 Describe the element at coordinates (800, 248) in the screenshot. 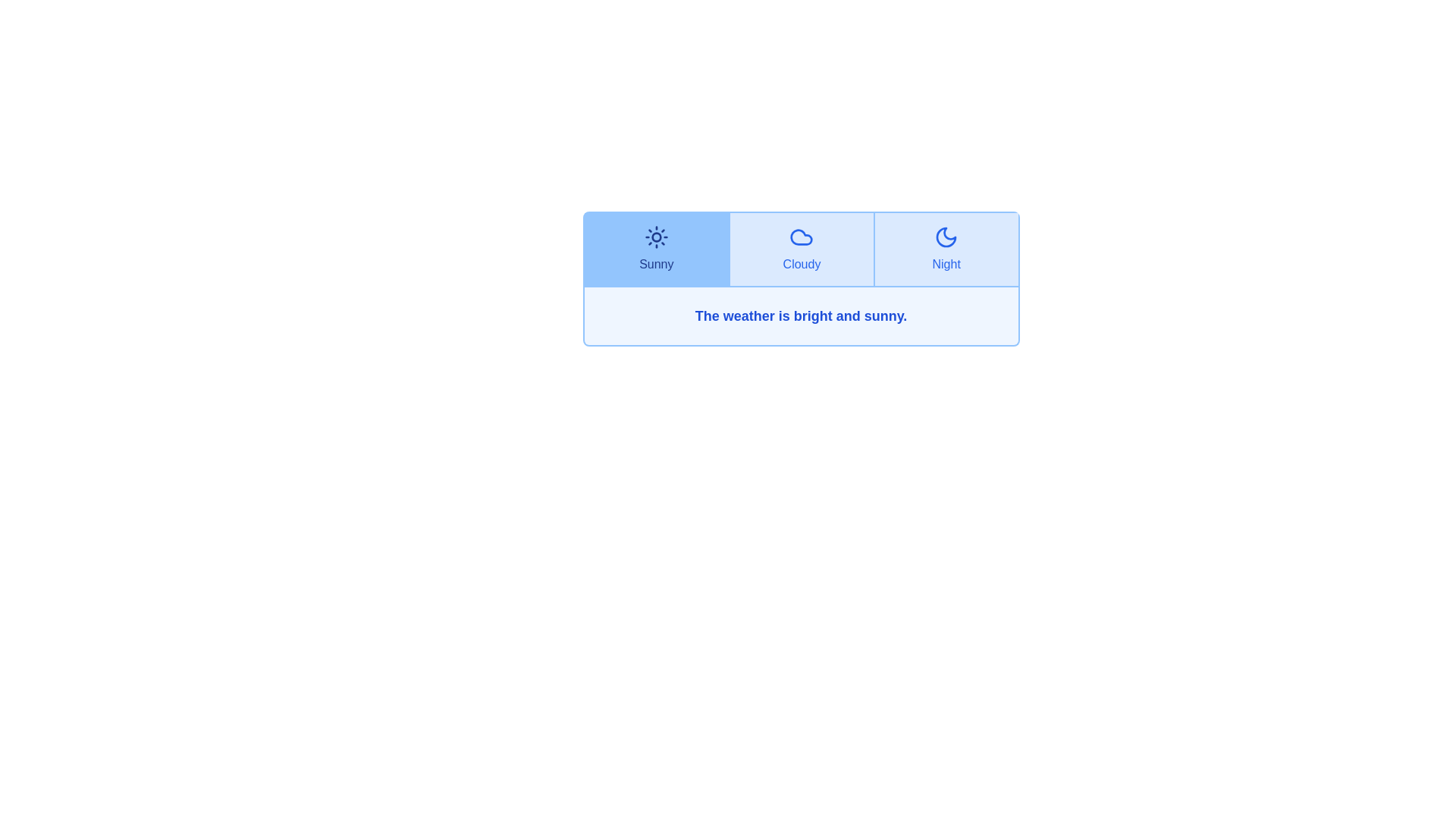

I see `the Cloudy tab` at that location.